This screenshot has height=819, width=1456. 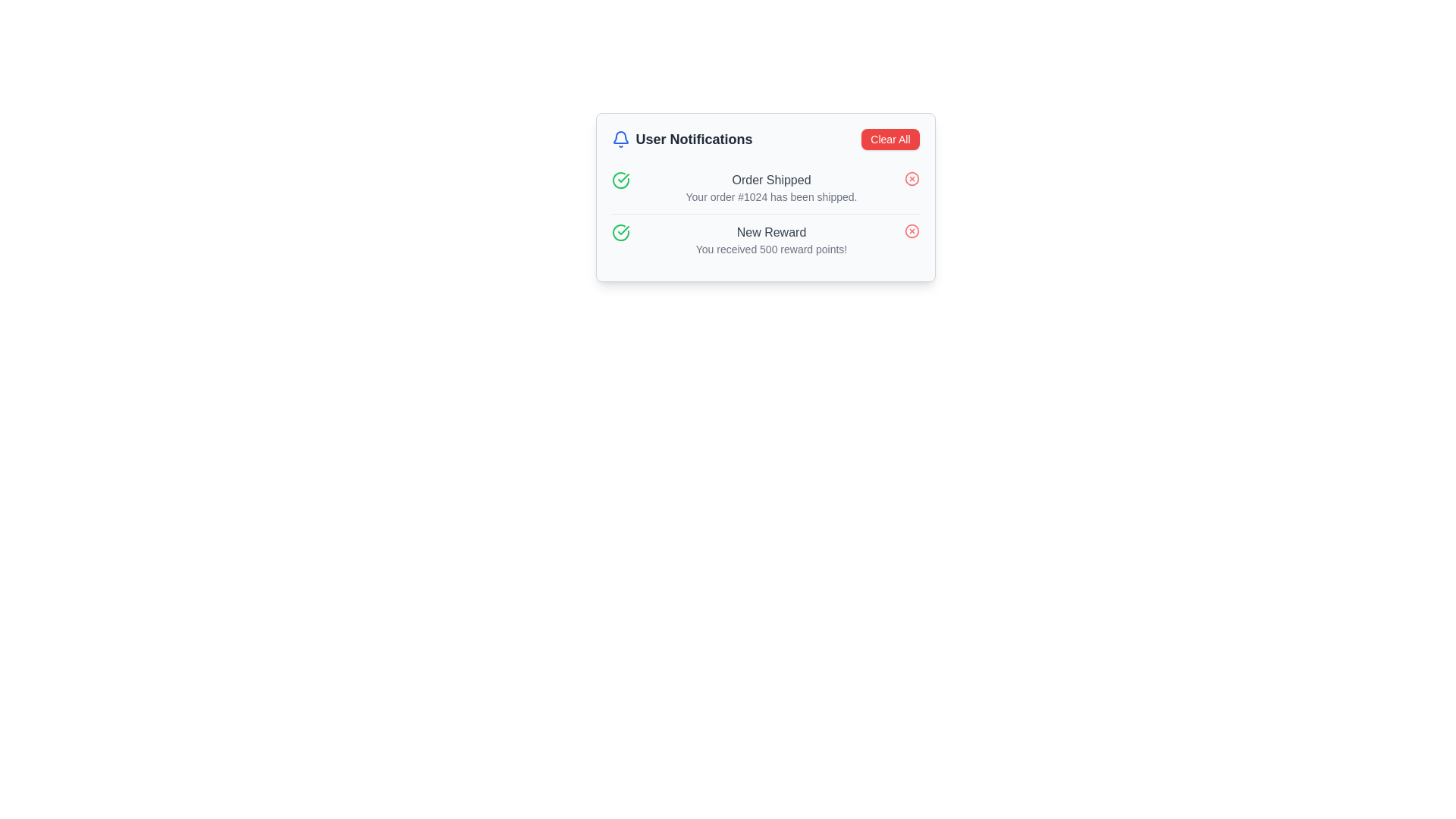 What do you see at coordinates (911, 231) in the screenshot?
I see `the circular button with a red border and 'X' symbol, located at the far right of the 'New Reward' notification` at bounding box center [911, 231].